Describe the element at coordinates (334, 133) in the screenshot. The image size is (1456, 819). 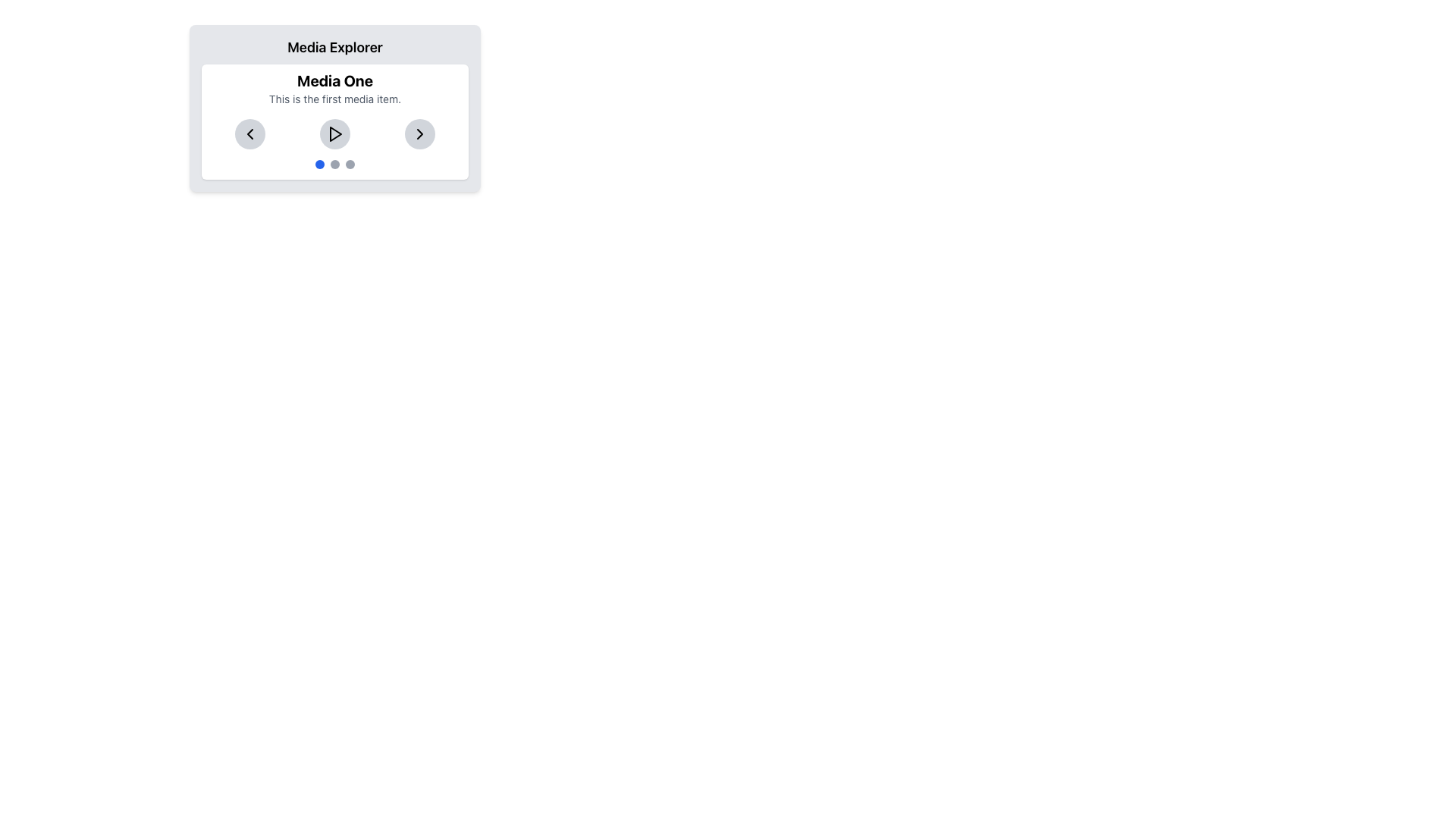
I see `the play button located in the center section of the Navigation Control Bar below the 'Media One' title` at that location.